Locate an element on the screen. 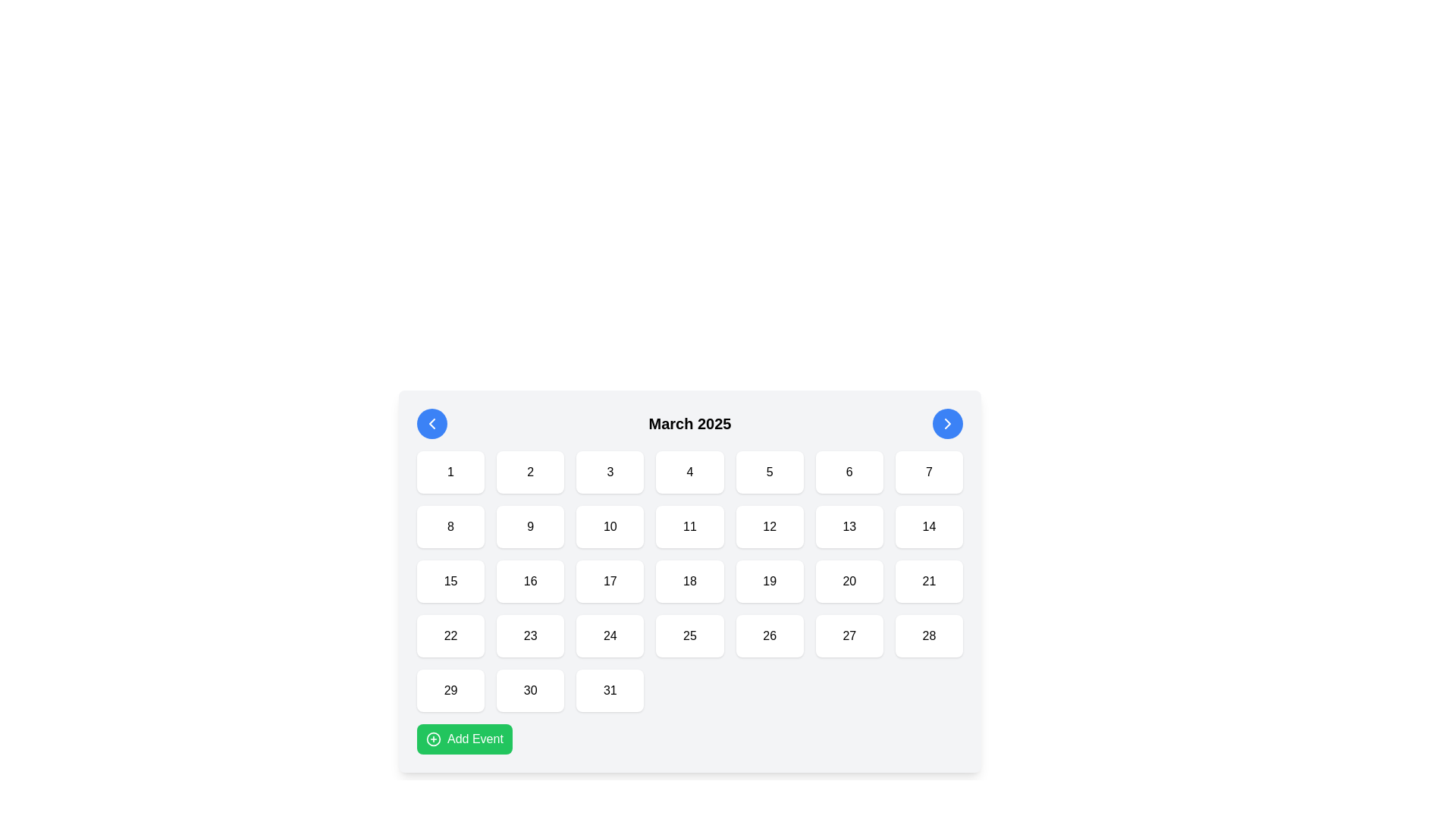 This screenshot has height=819, width=1456. the tile representing the date '19' in the March 2025 calendar grid is located at coordinates (769, 581).